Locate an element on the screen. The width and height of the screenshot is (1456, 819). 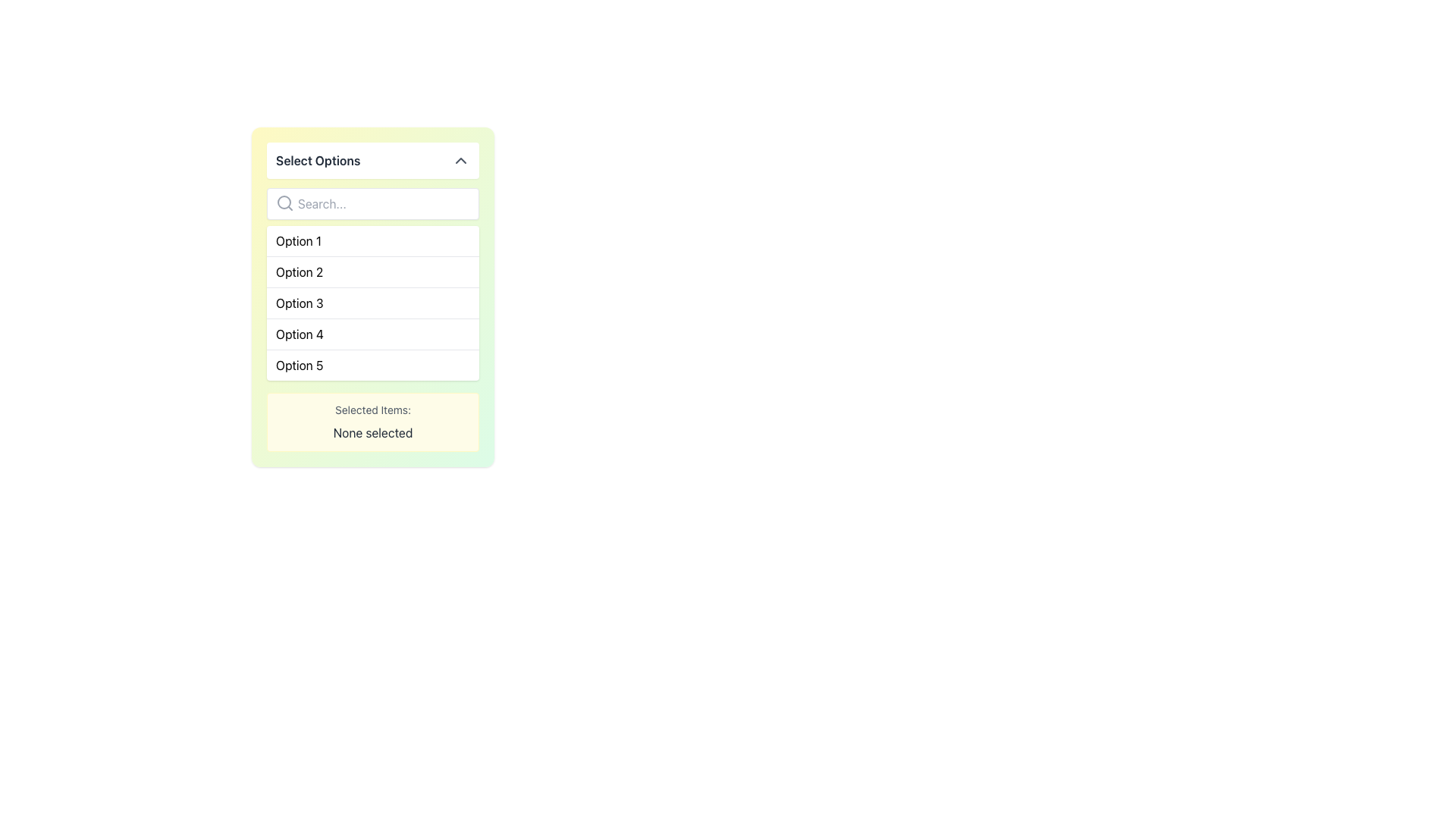
the selectable list item labeled 'Option 5' is located at coordinates (372, 365).